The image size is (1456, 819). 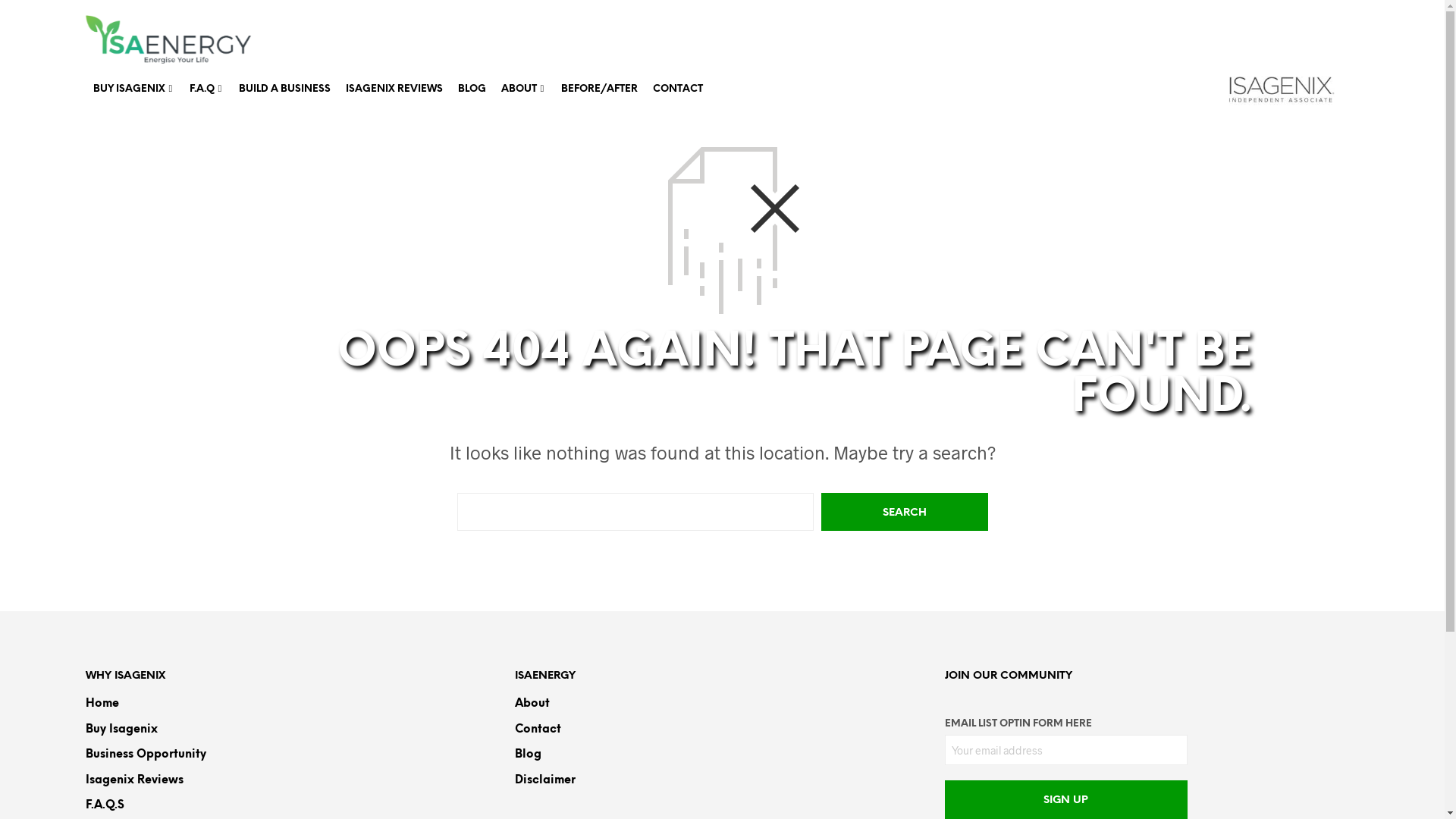 I want to click on 'BEFORE/AFTER', so click(x=598, y=89).